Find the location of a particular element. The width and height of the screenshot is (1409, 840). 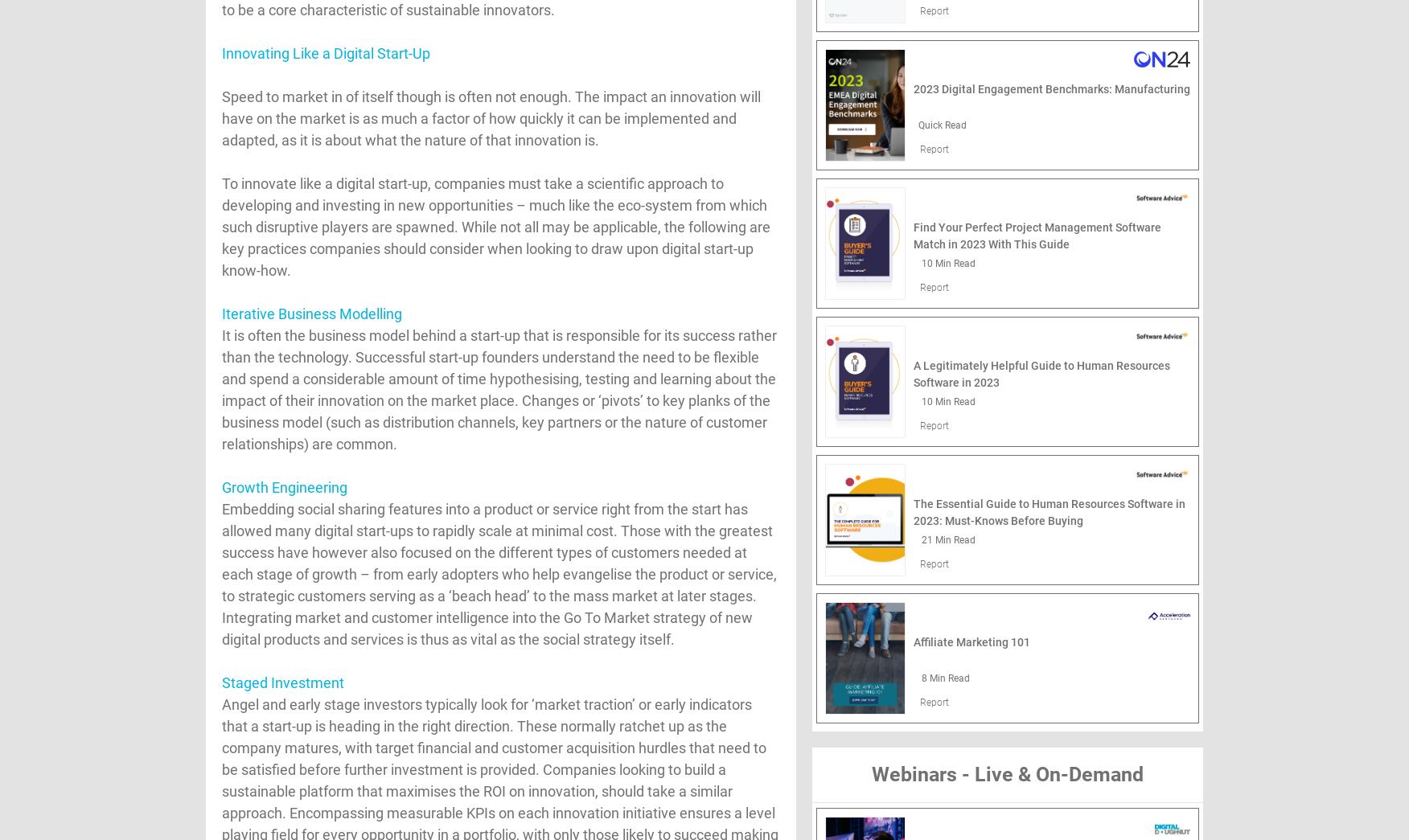

'Iterative Business Modelling' is located at coordinates (311, 313).